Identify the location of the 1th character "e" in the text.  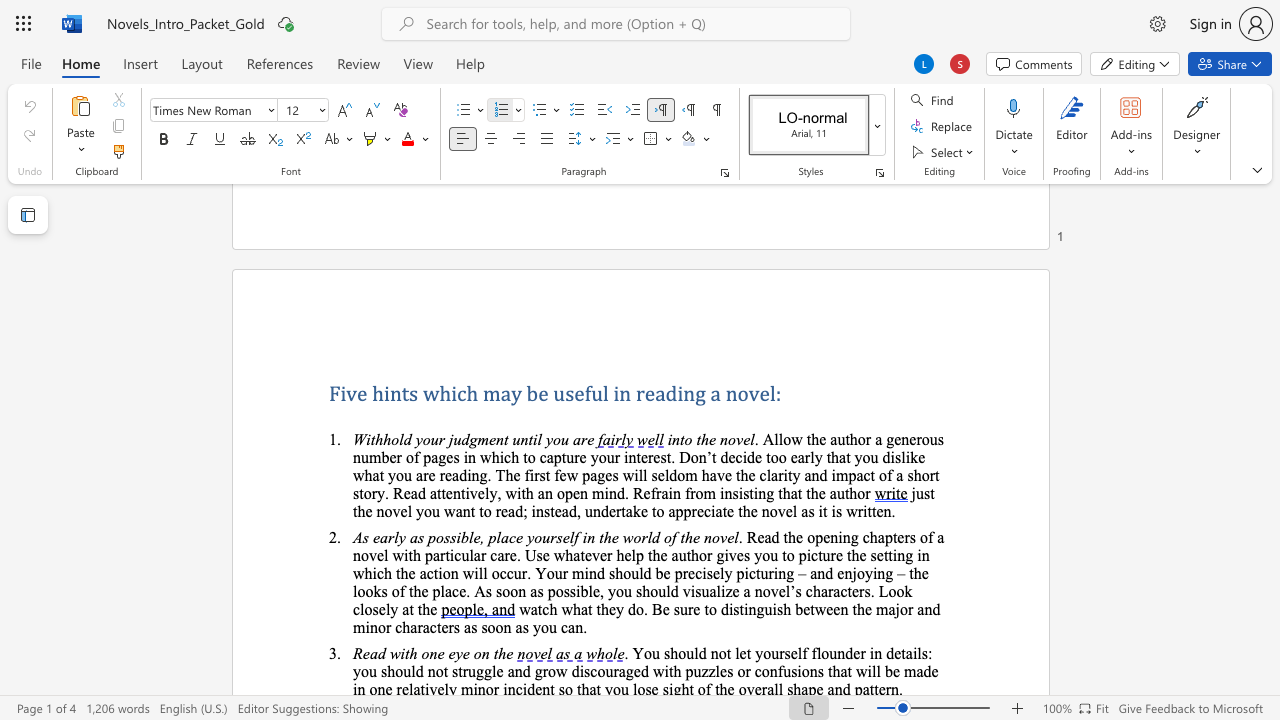
(376, 536).